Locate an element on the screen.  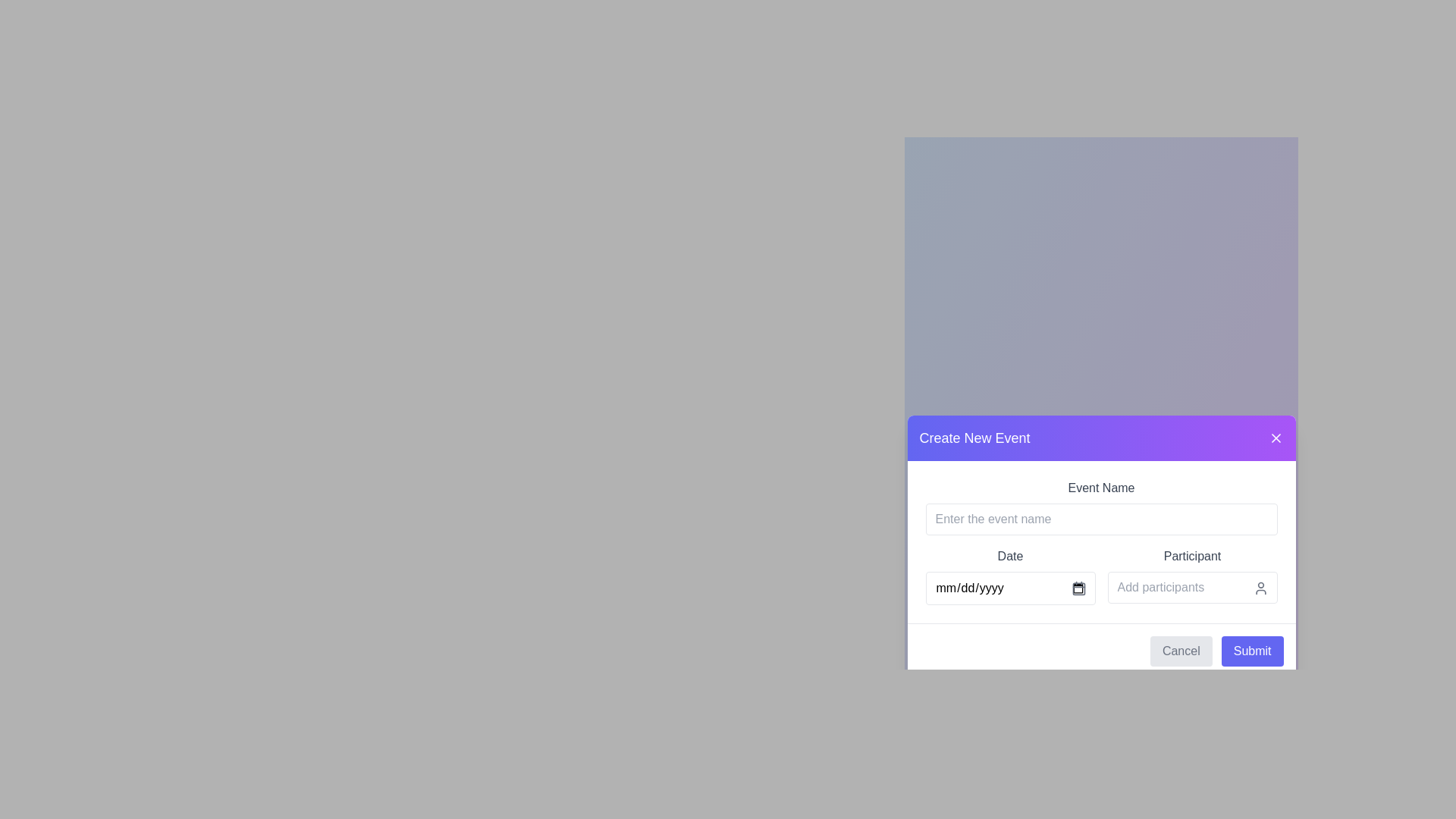
the text block labeled 'Create New Event' which is styled in bold white font on a gradient purple background, located at the top-left corner of the modal header is located at coordinates (974, 438).